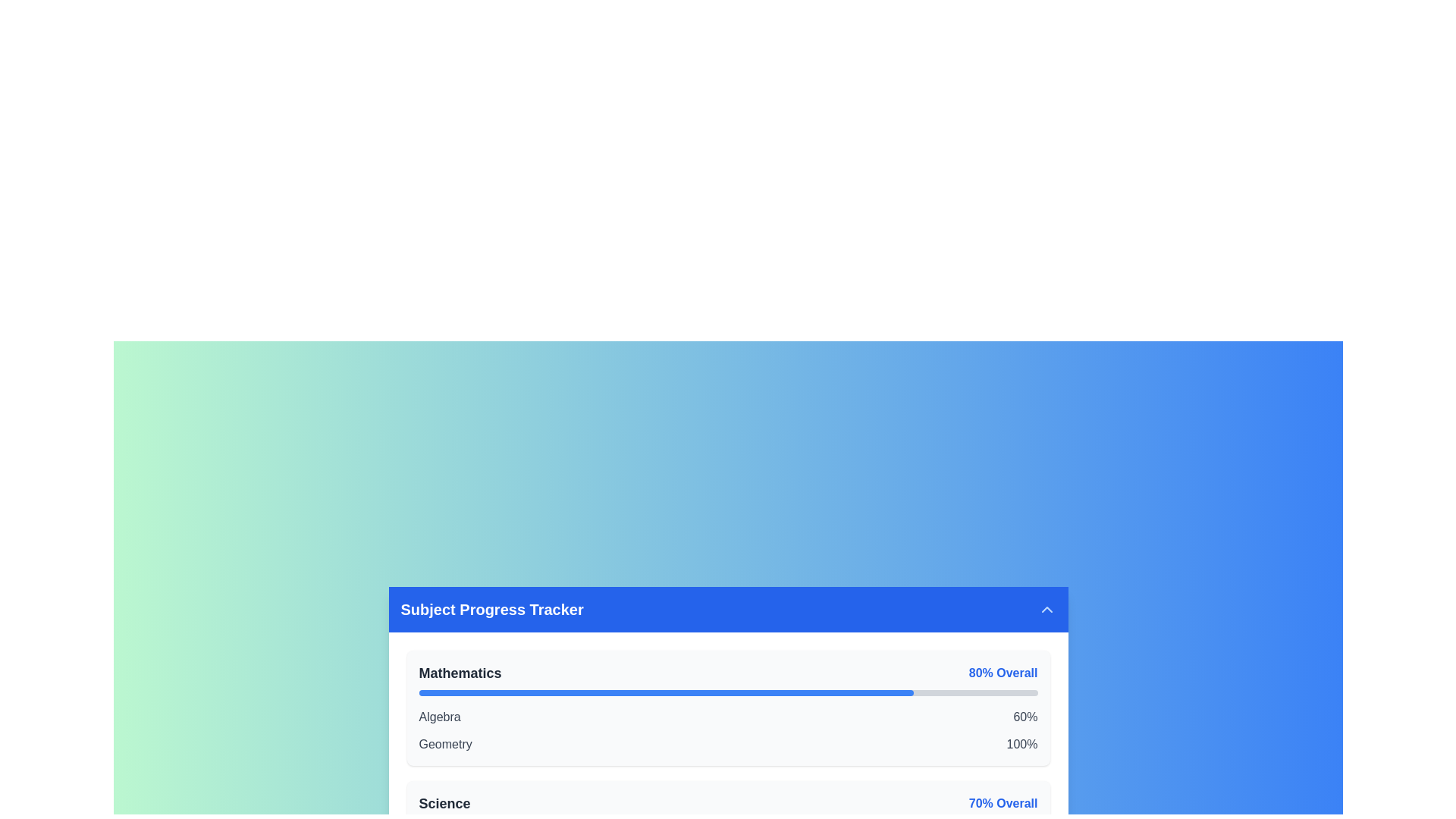 This screenshot has width=1456, height=819. I want to click on title text of the heading element located at the left side of the header bar in the progress tracking interface, so click(492, 608).